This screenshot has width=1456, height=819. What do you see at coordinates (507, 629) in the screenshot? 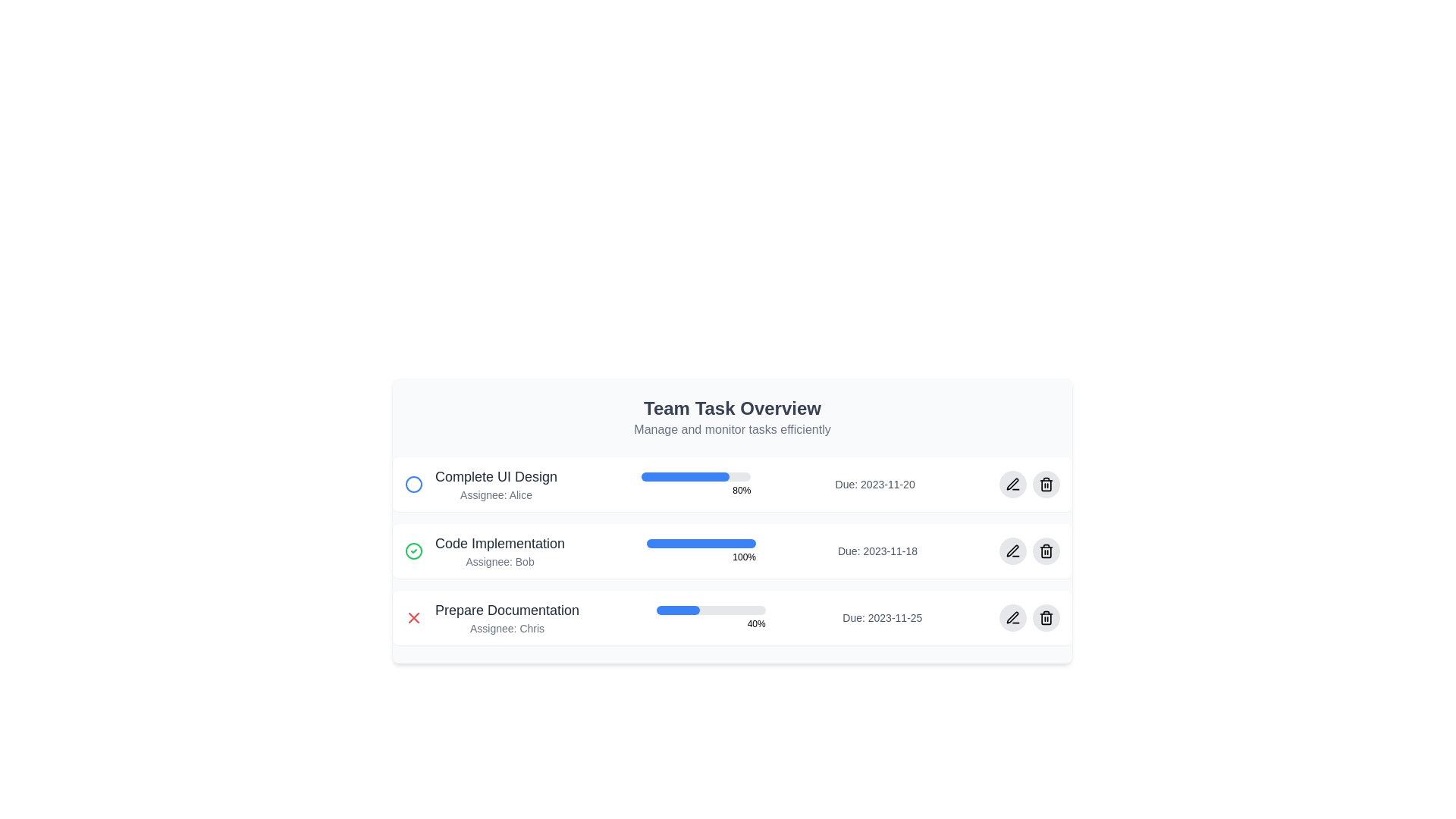
I see `the text label displaying the assignee detail for the task titled 'Prepare Documentation', which is located below the task title in the Team Task Overview panel` at bounding box center [507, 629].